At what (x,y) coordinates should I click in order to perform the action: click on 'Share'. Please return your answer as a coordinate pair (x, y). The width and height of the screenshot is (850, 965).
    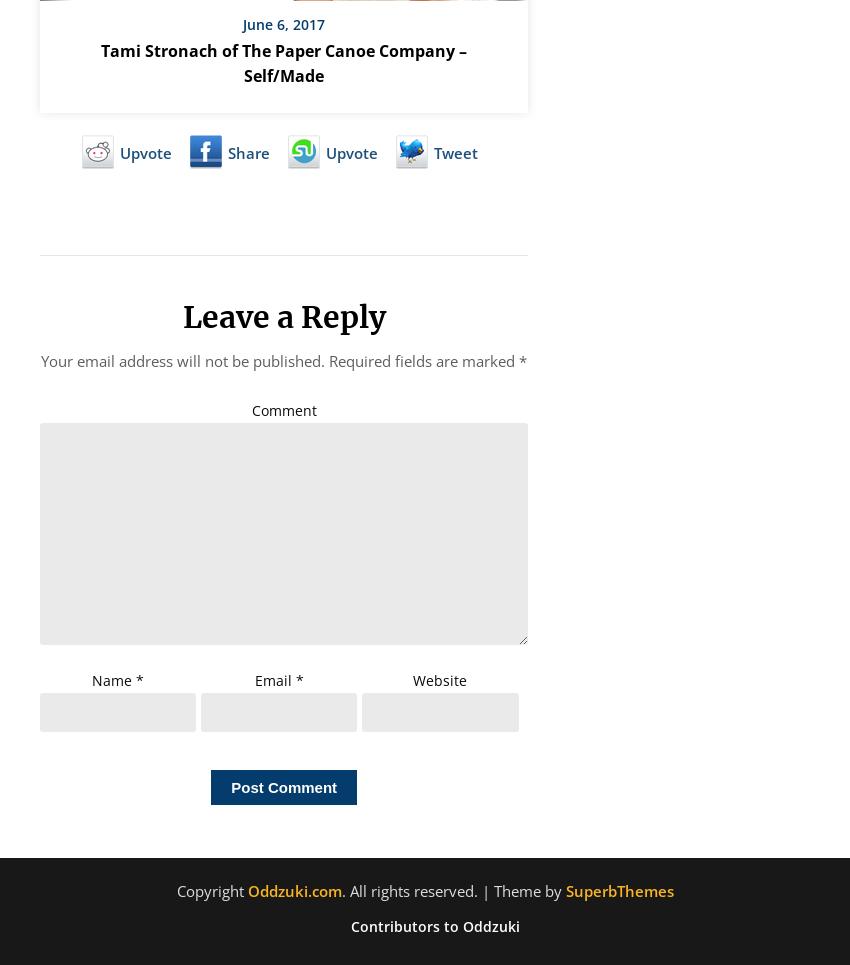
    Looking at the image, I should click on (248, 151).